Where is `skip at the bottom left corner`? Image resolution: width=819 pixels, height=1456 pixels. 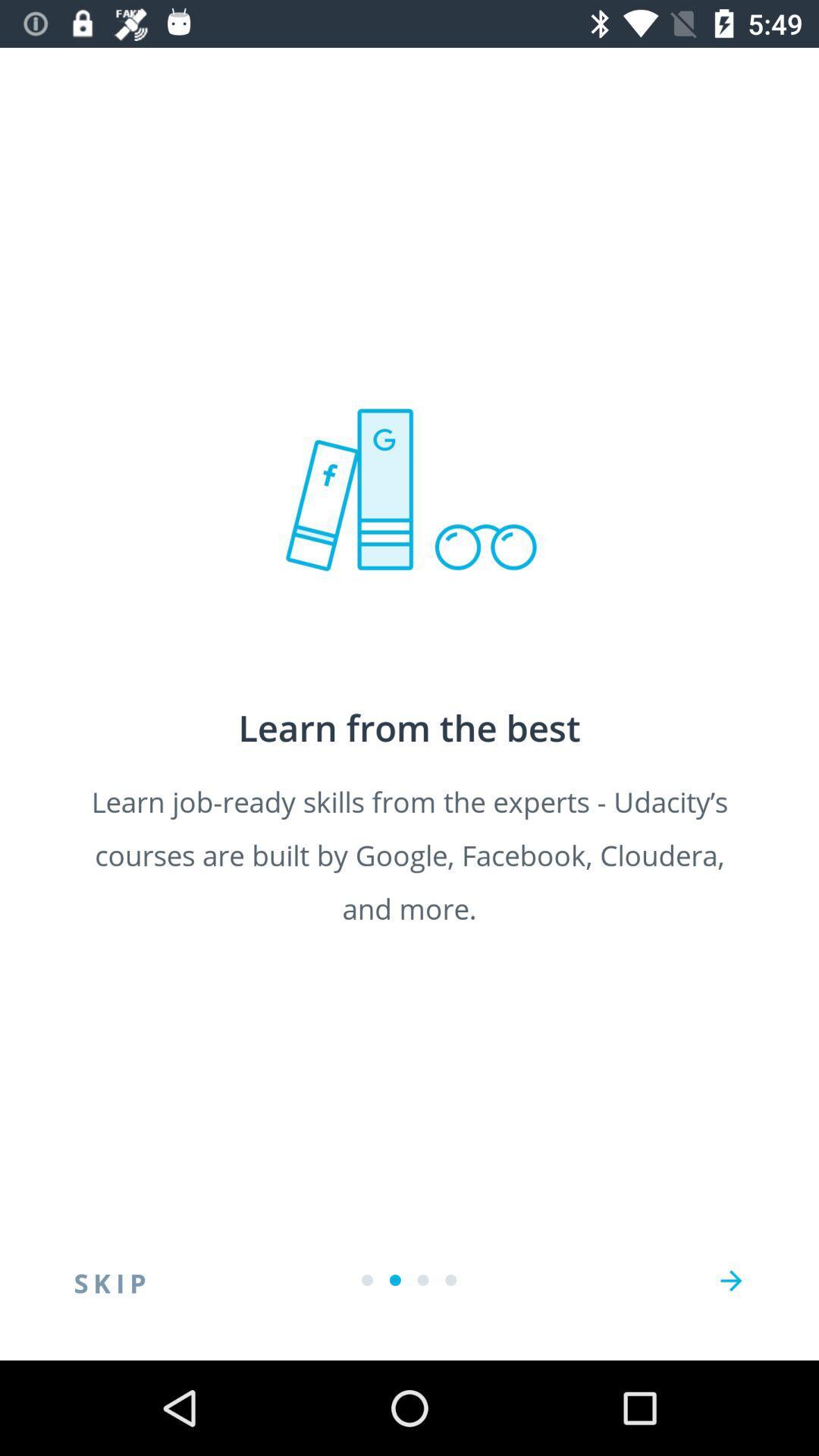 skip at the bottom left corner is located at coordinates (109, 1280).